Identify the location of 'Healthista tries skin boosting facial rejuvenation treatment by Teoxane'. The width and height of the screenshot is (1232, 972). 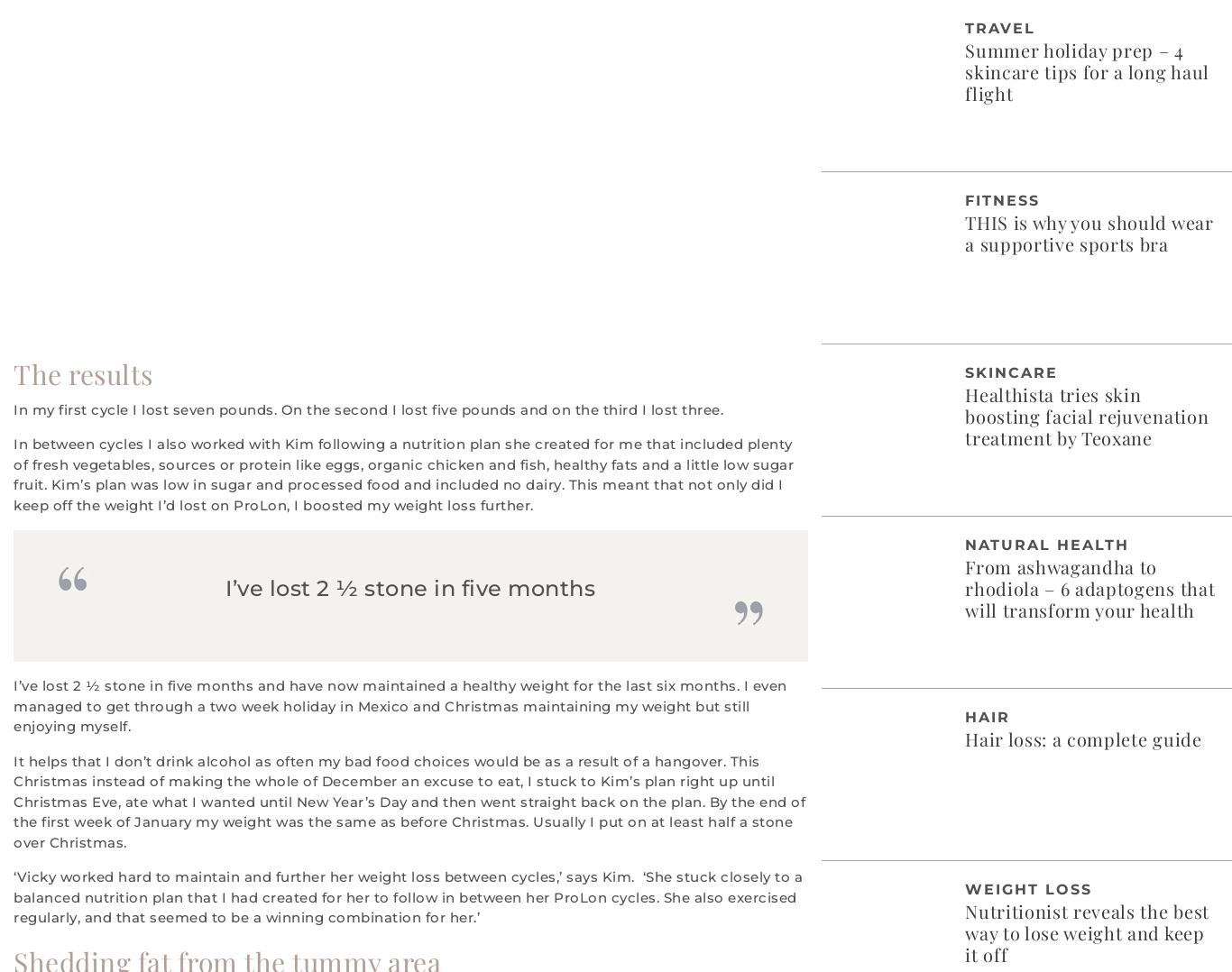
(1086, 415).